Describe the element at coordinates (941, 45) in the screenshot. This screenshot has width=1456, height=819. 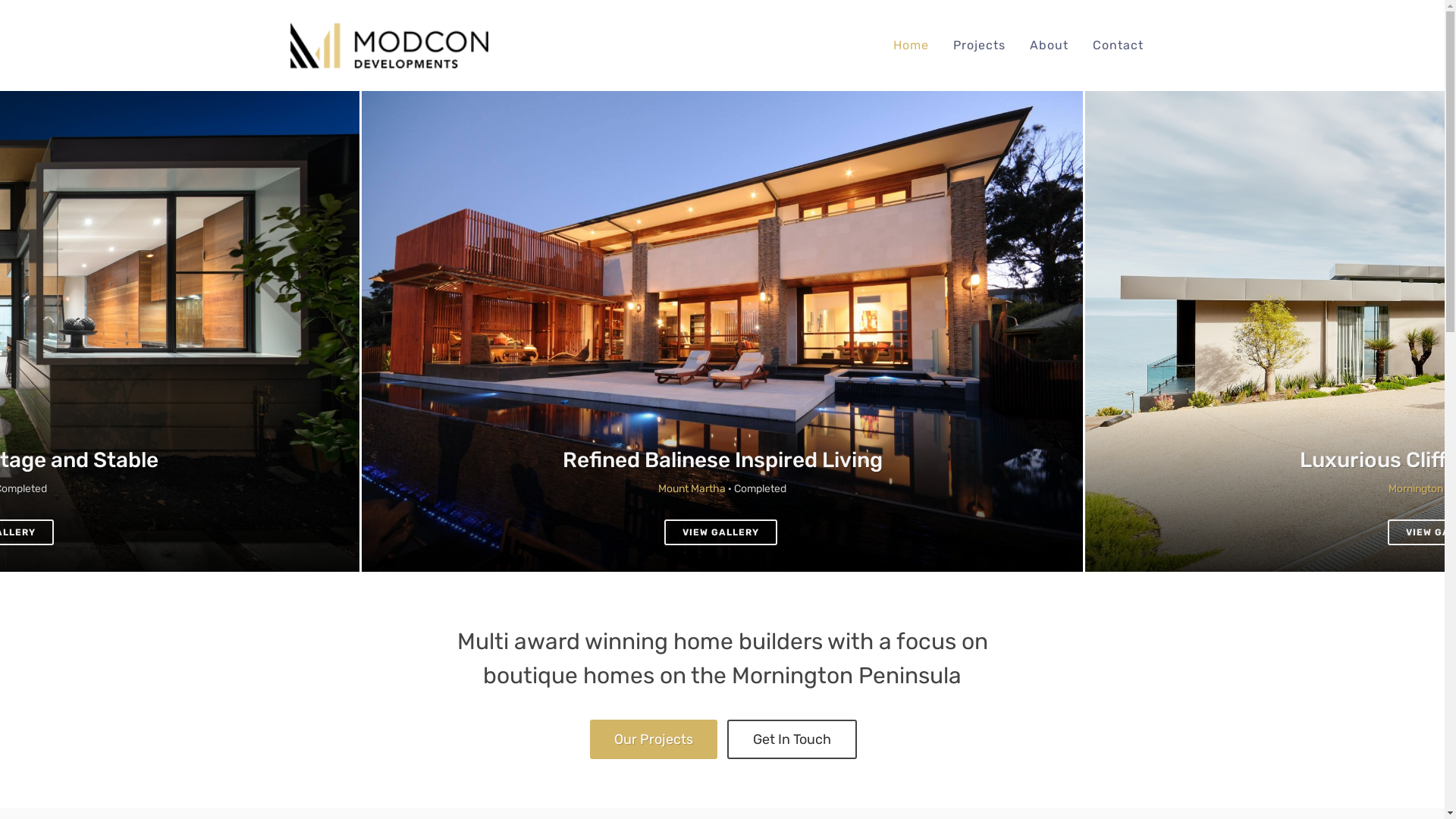
I see `'Projects'` at that location.